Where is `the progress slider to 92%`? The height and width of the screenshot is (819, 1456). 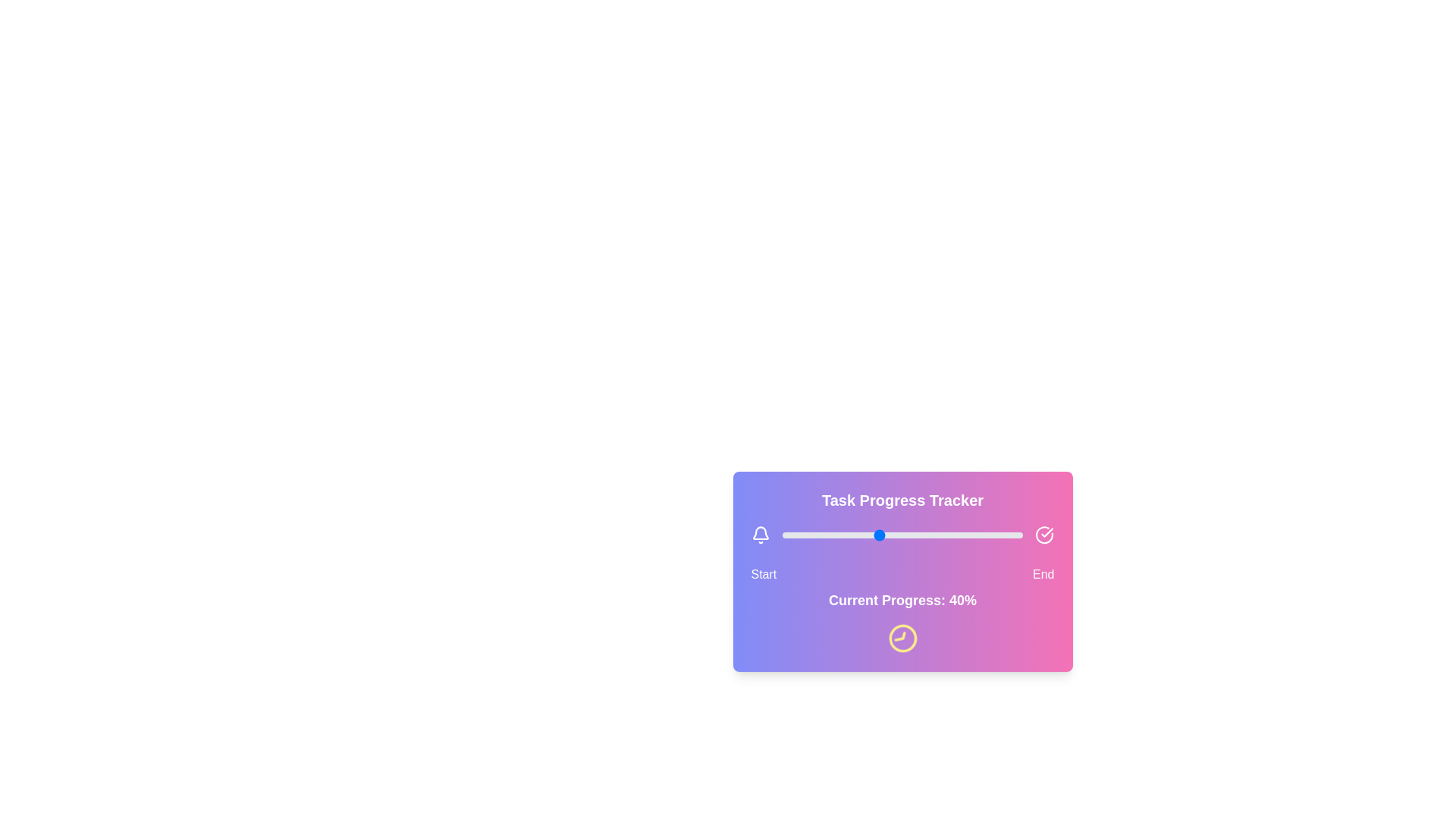 the progress slider to 92% is located at coordinates (1003, 534).